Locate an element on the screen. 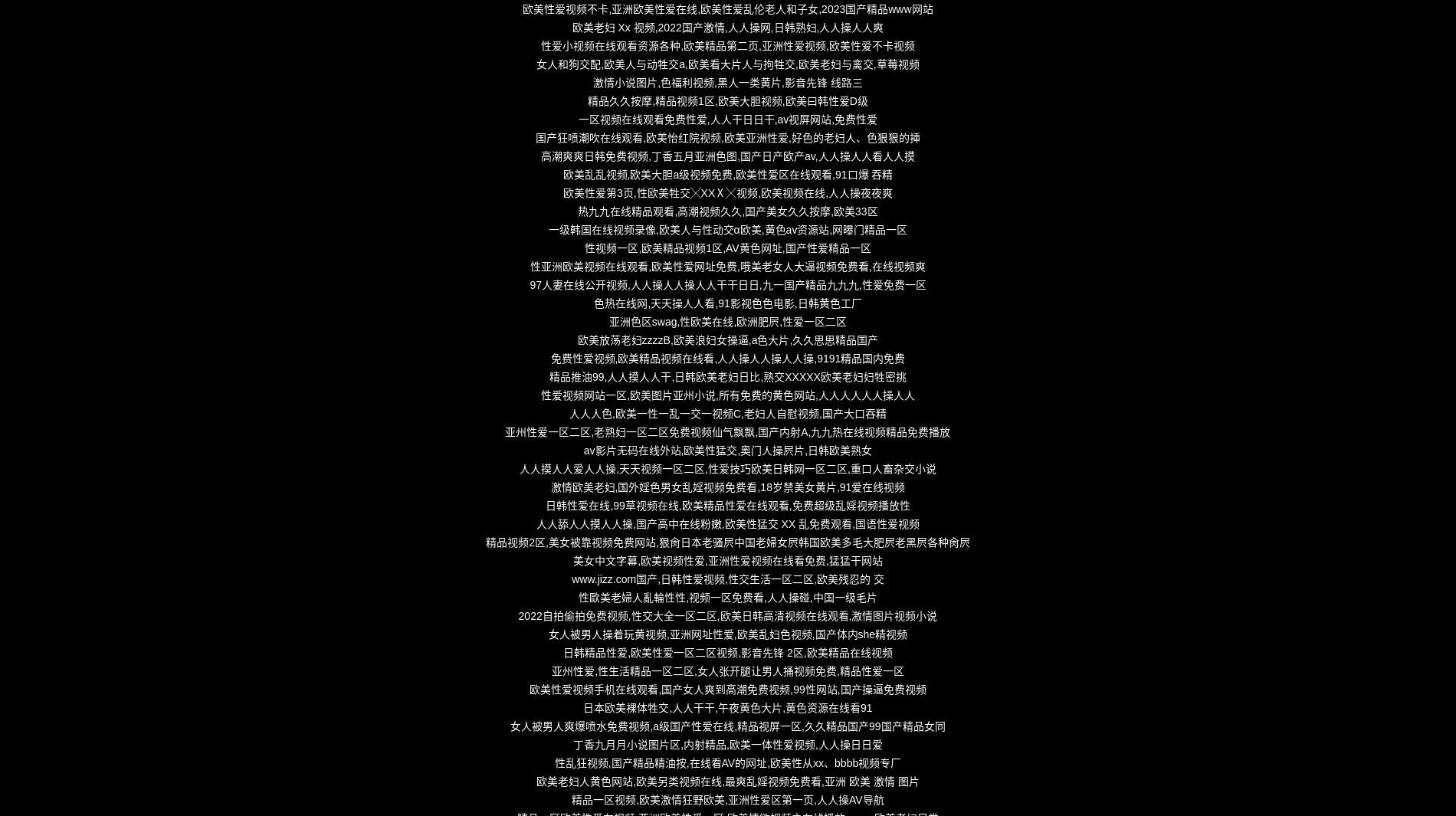 This screenshot has width=1456, height=816. '激情小说图片,色福利视频,黑人一类黄片,影音先锋 线路三' is located at coordinates (726, 81).